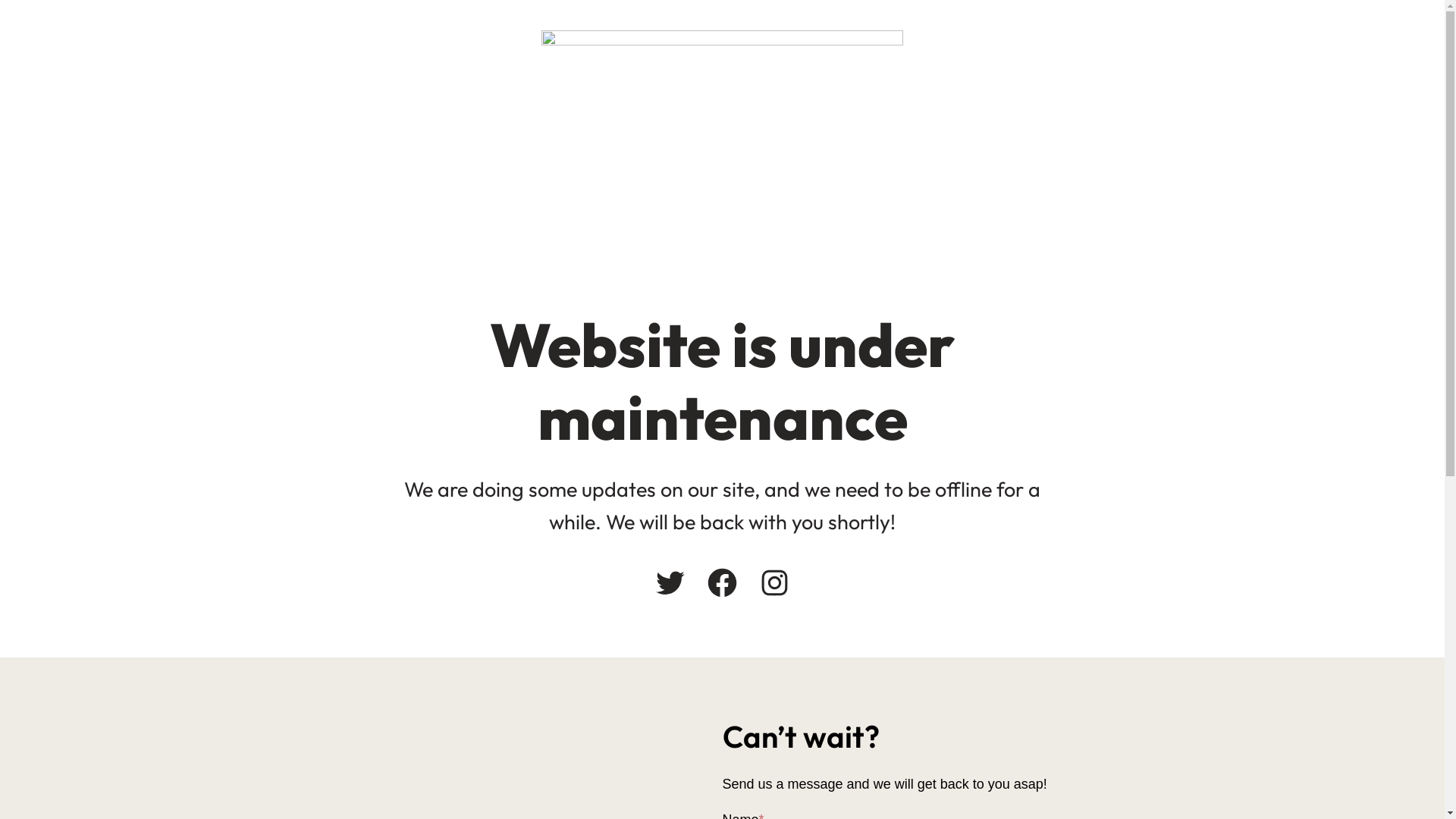 This screenshot has width=1456, height=819. Describe the element at coordinates (774, 582) in the screenshot. I see `'Instagram'` at that location.